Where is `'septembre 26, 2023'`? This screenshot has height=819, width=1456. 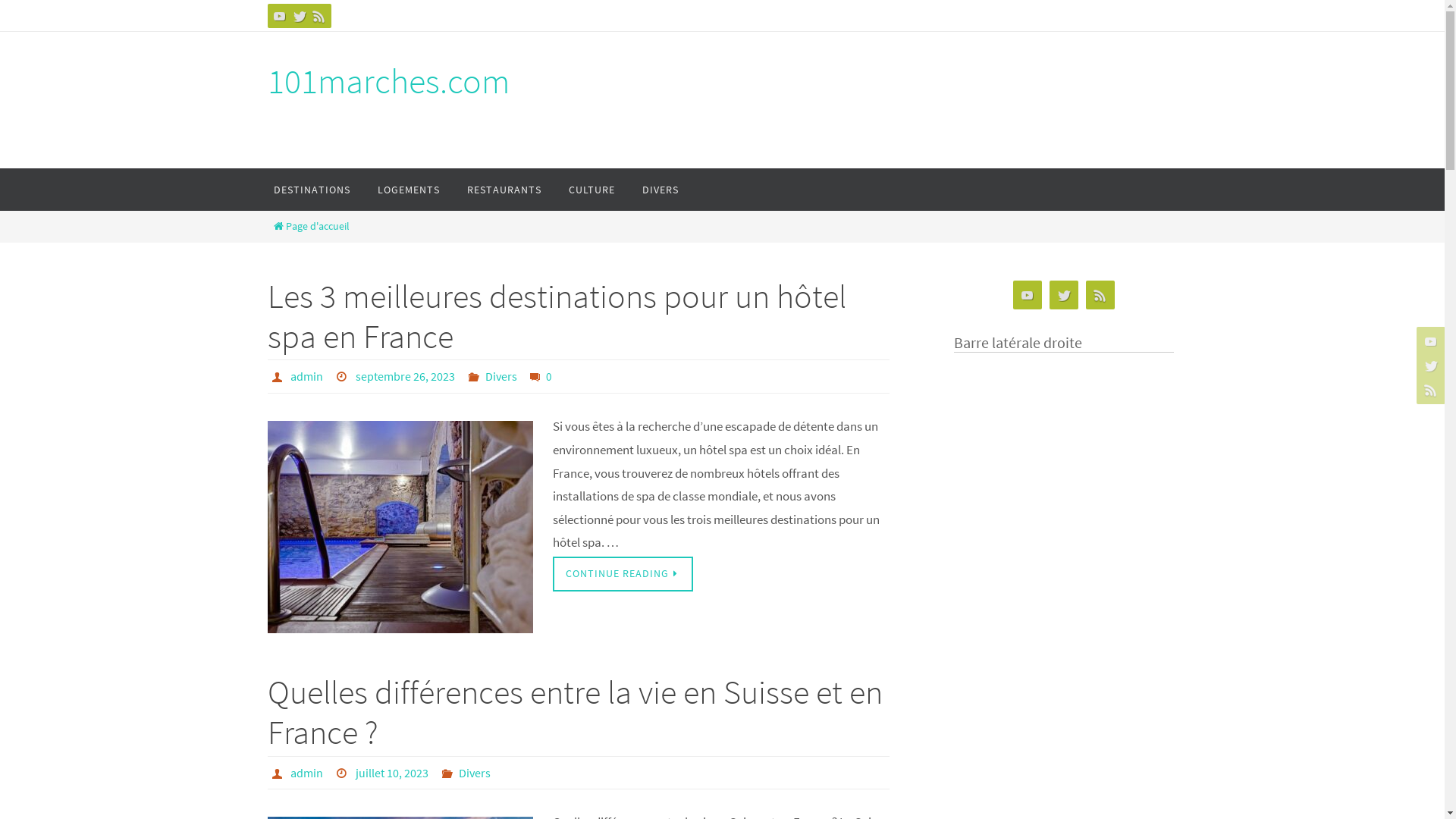
'septembre 26, 2023' is located at coordinates (355, 375).